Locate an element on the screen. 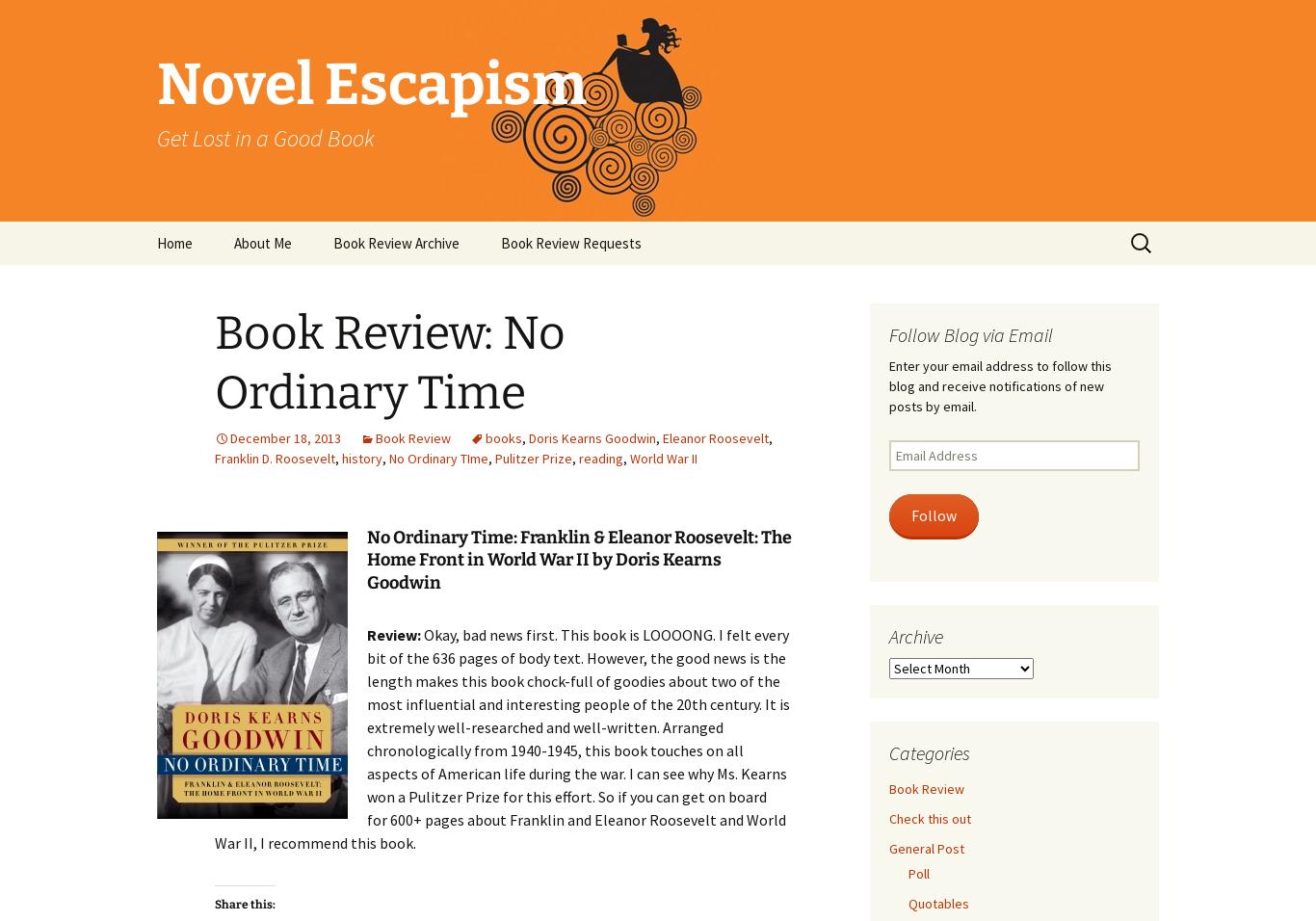 The height and width of the screenshot is (921, 1316). 'Book Review' is located at coordinates (412, 437).